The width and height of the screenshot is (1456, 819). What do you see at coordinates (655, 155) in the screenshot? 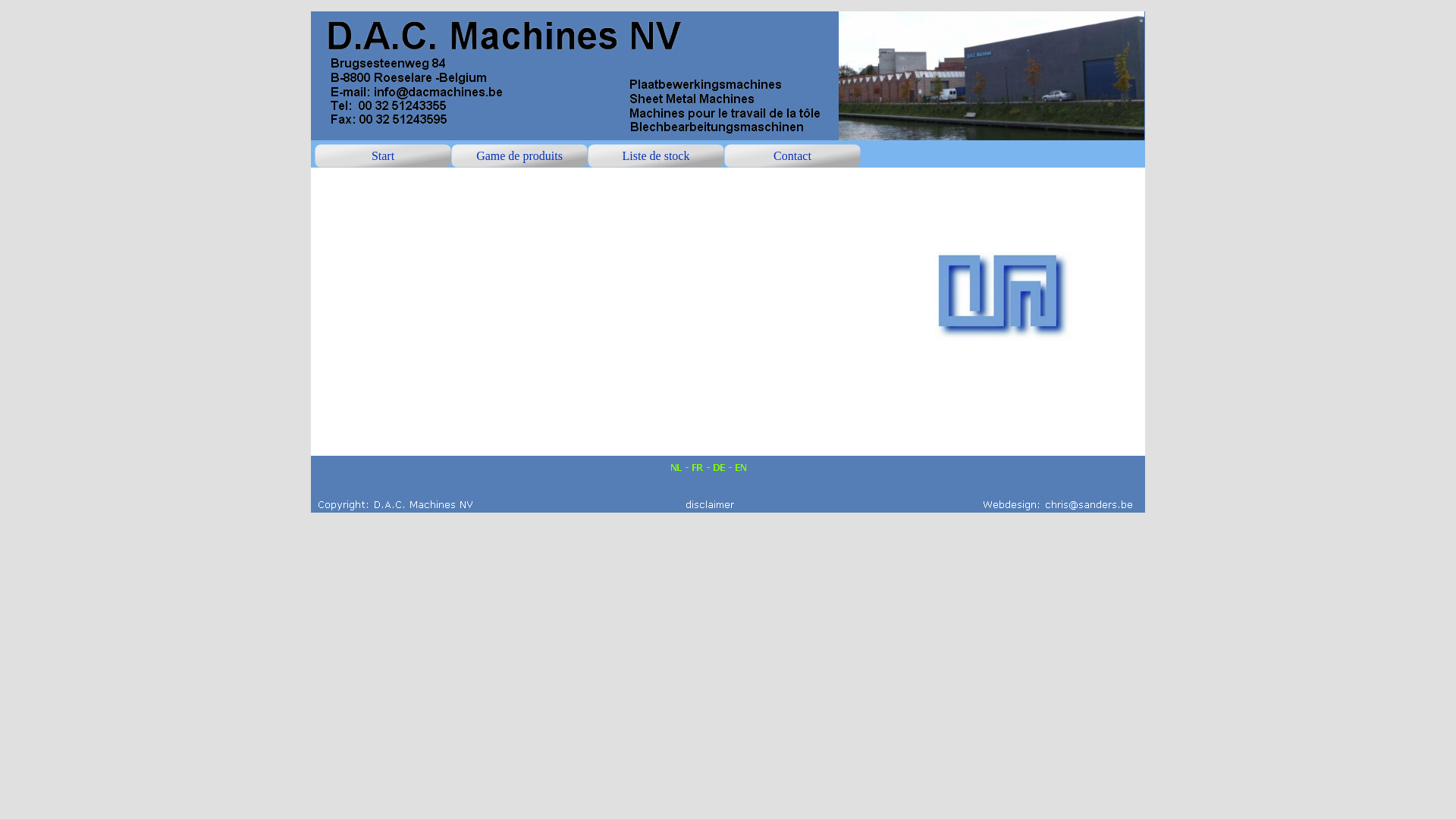
I see `'Liste de stock'` at bounding box center [655, 155].